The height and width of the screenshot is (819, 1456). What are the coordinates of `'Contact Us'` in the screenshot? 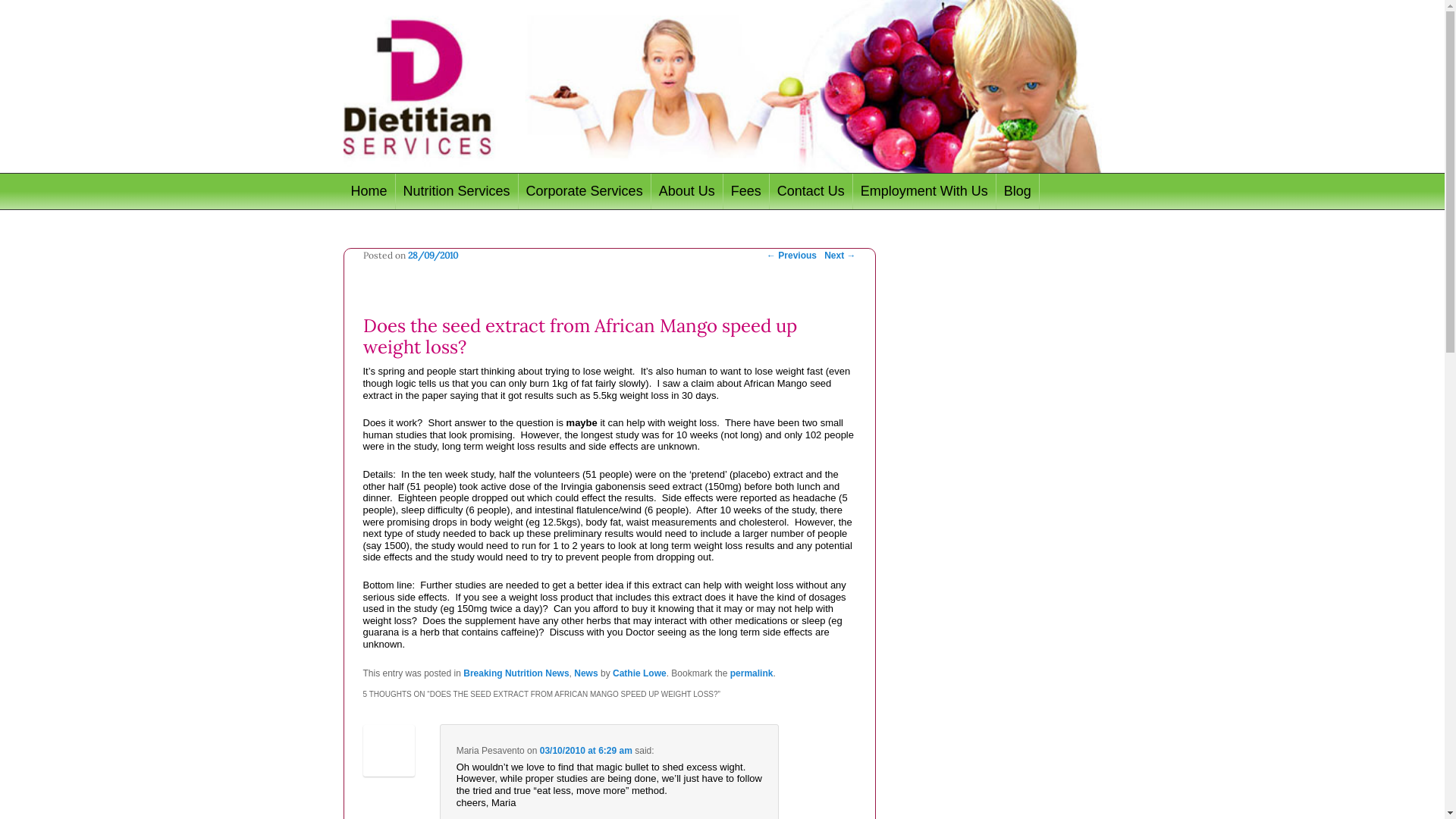 It's located at (811, 190).